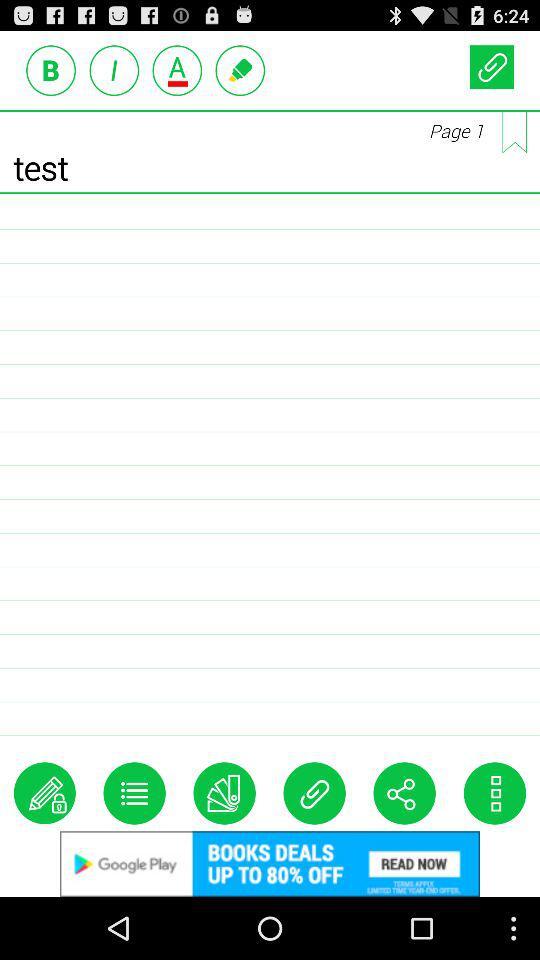 The height and width of the screenshot is (960, 540). Describe the element at coordinates (44, 848) in the screenshot. I see `the edit icon` at that location.